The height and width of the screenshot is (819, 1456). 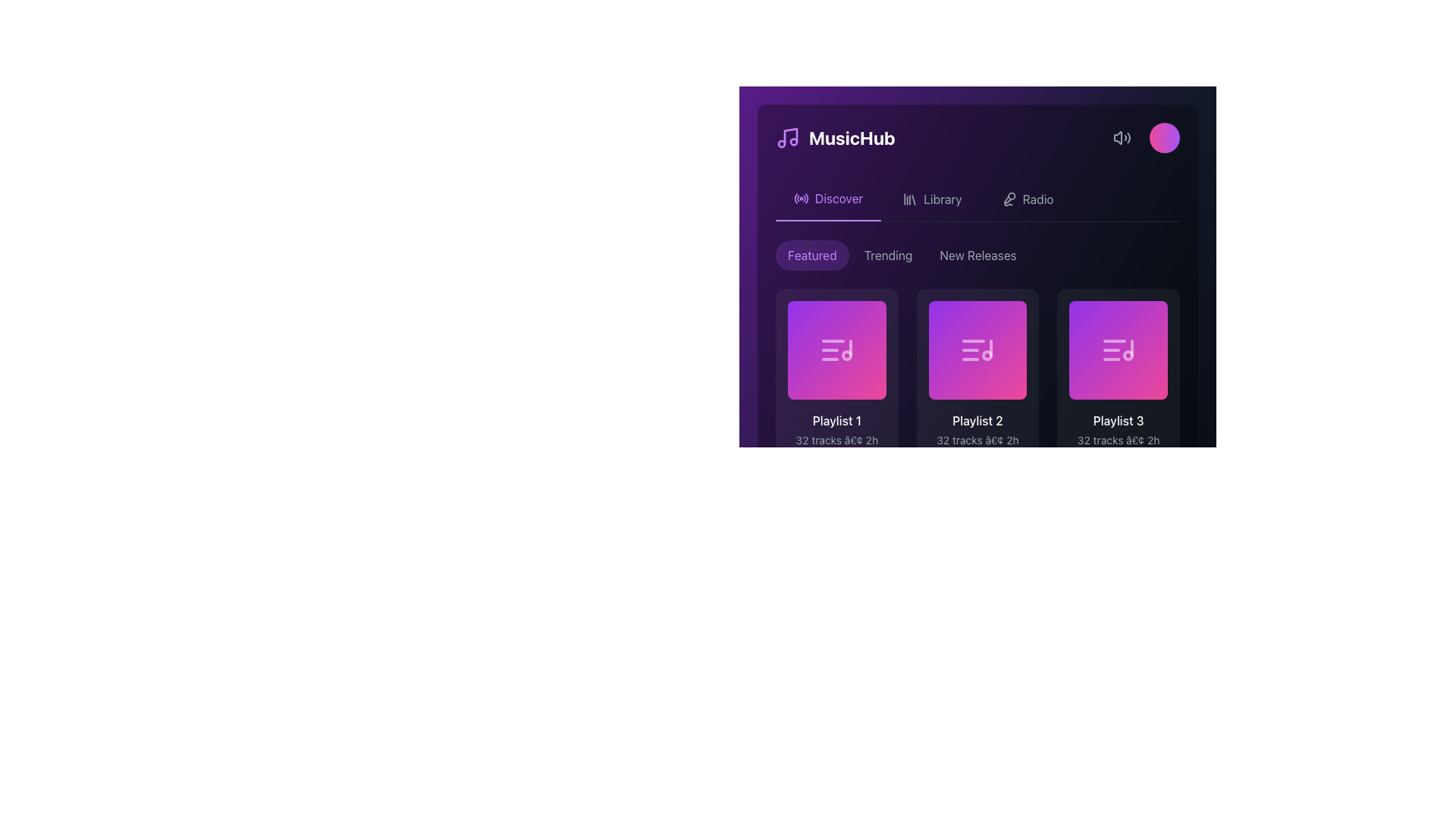 I want to click on the first playlist card under the 'Featured' tab in the 'Discover' section of the music application, so click(x=836, y=394).